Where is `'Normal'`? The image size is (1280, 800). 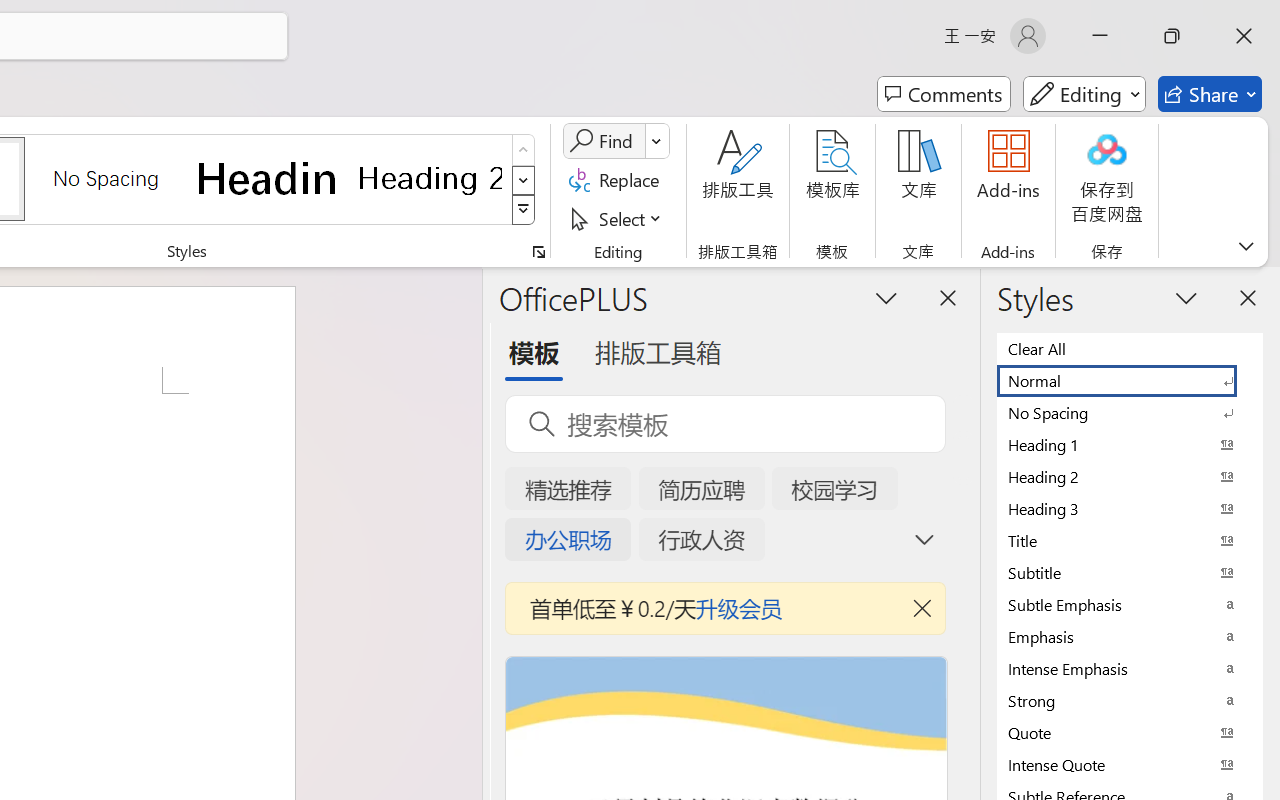 'Normal' is located at coordinates (1130, 379).